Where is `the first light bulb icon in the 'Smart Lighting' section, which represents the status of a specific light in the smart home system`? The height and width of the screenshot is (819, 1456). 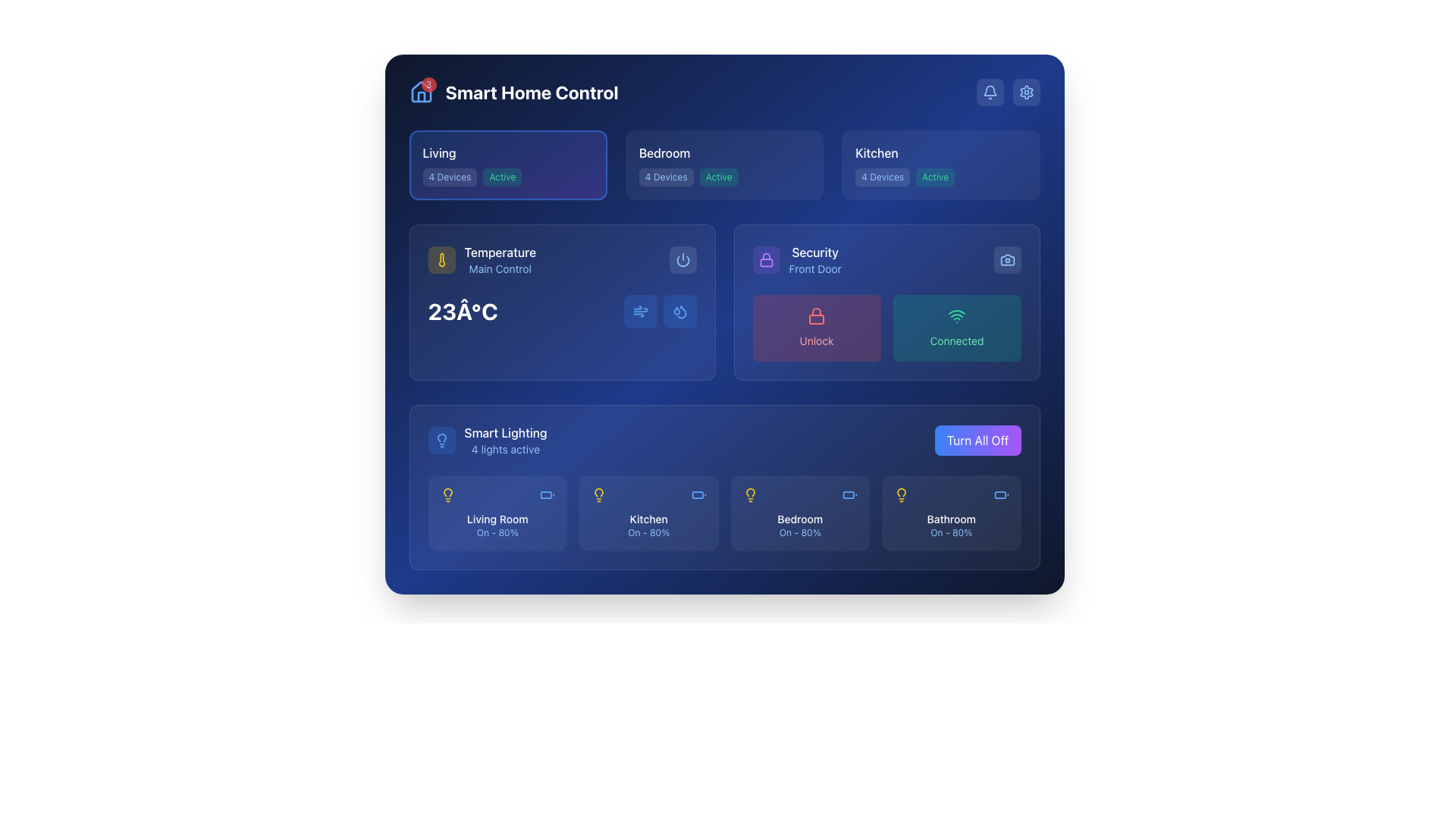
the first light bulb icon in the 'Smart Lighting' section, which represents the status of a specific light in the smart home system is located at coordinates (447, 494).